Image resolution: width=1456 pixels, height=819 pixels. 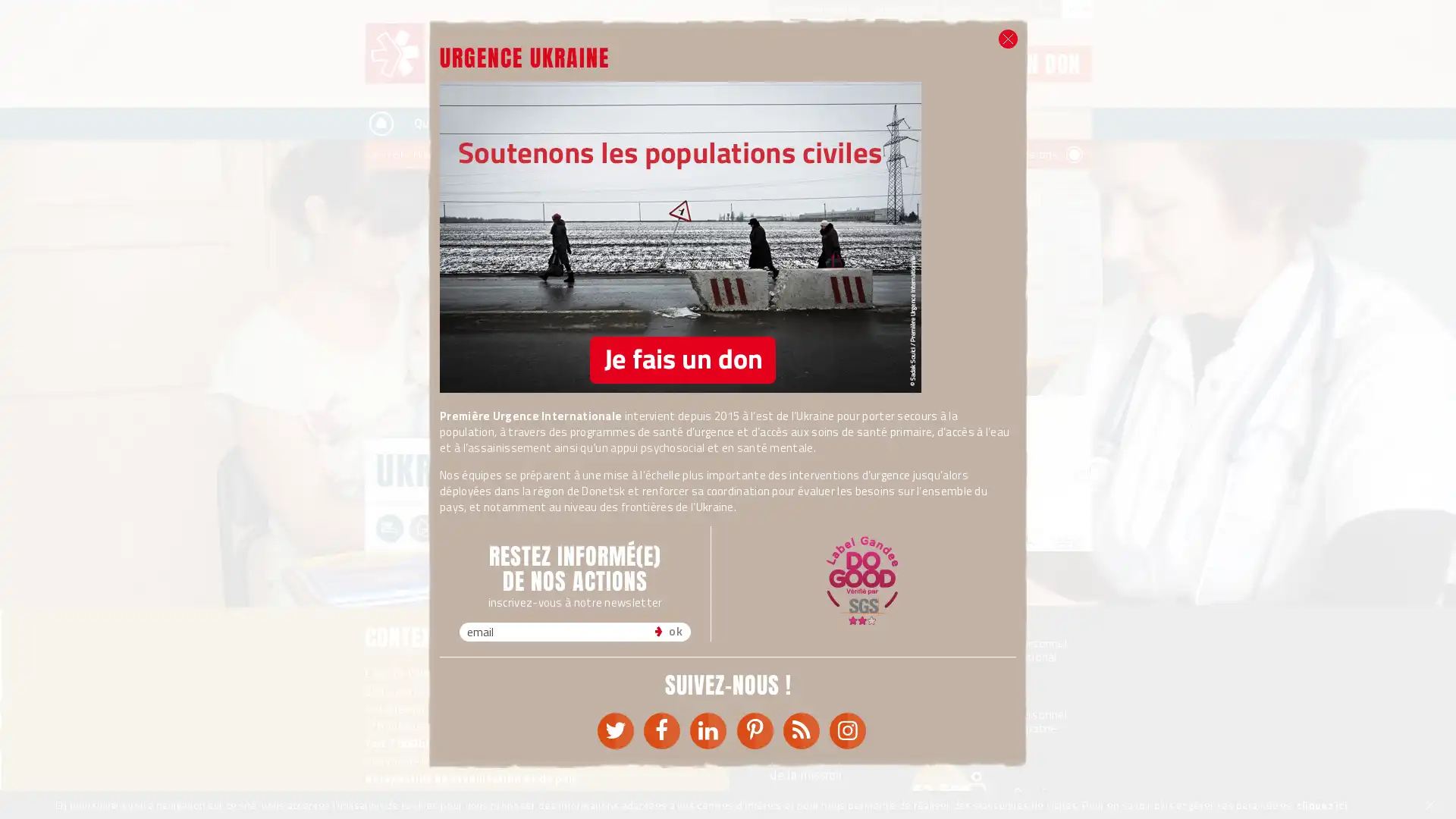 What do you see at coordinates (934, 124) in the screenshot?
I see `Rechercher` at bounding box center [934, 124].